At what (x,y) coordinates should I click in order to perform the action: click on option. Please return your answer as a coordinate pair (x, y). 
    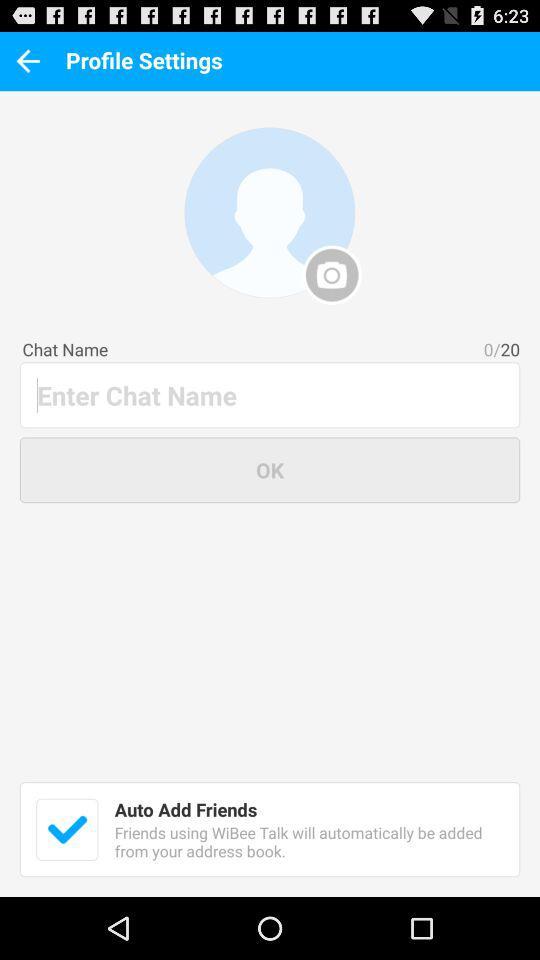
    Looking at the image, I should click on (67, 829).